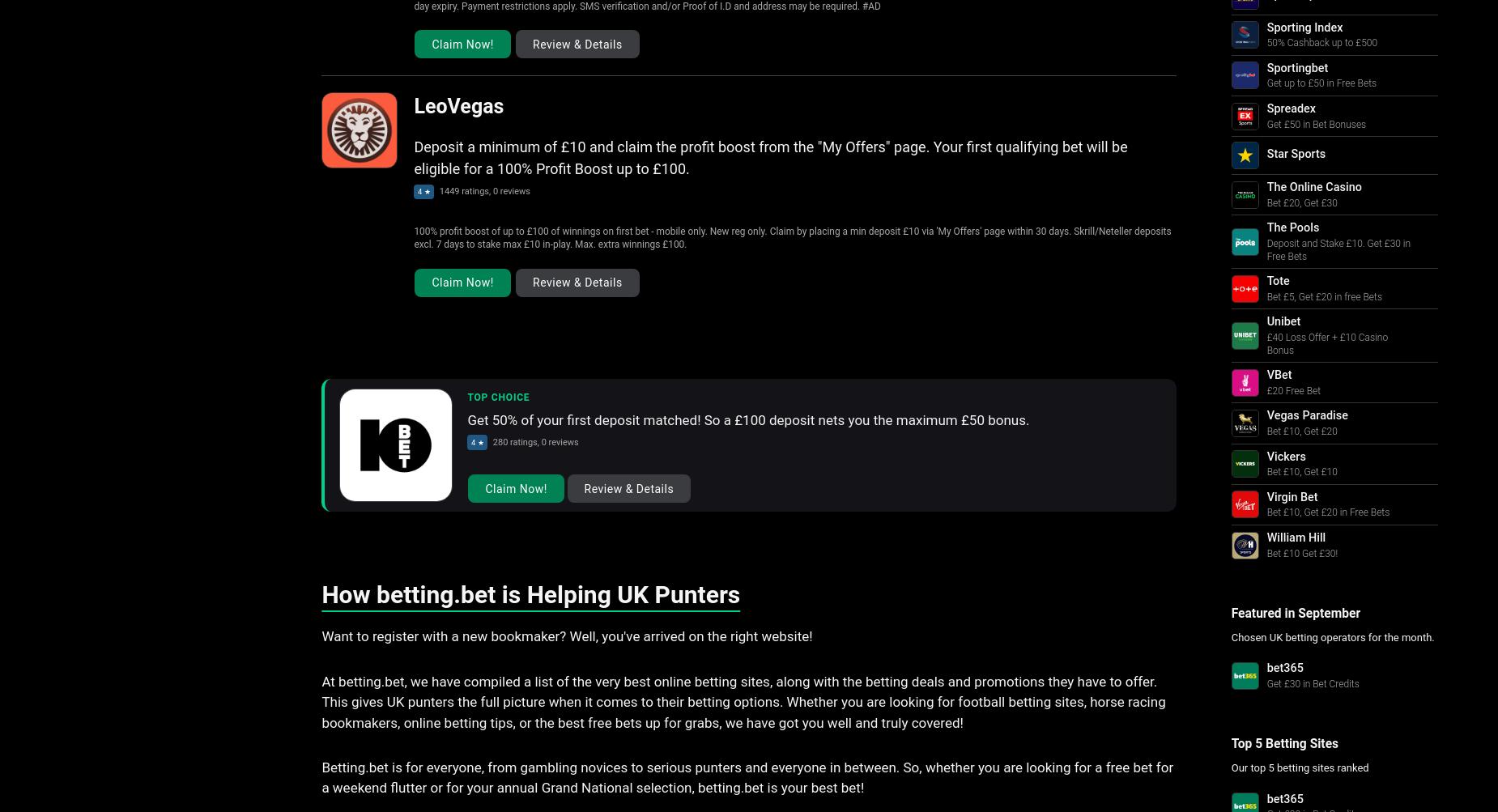  Describe the element at coordinates (769, 156) in the screenshot. I see `'Deposit a minimum of £10 and claim the profit boost from the "My Offers" page. Your first qualifying bet will be eligible for a 100% Profit Boost up to £100.'` at that location.